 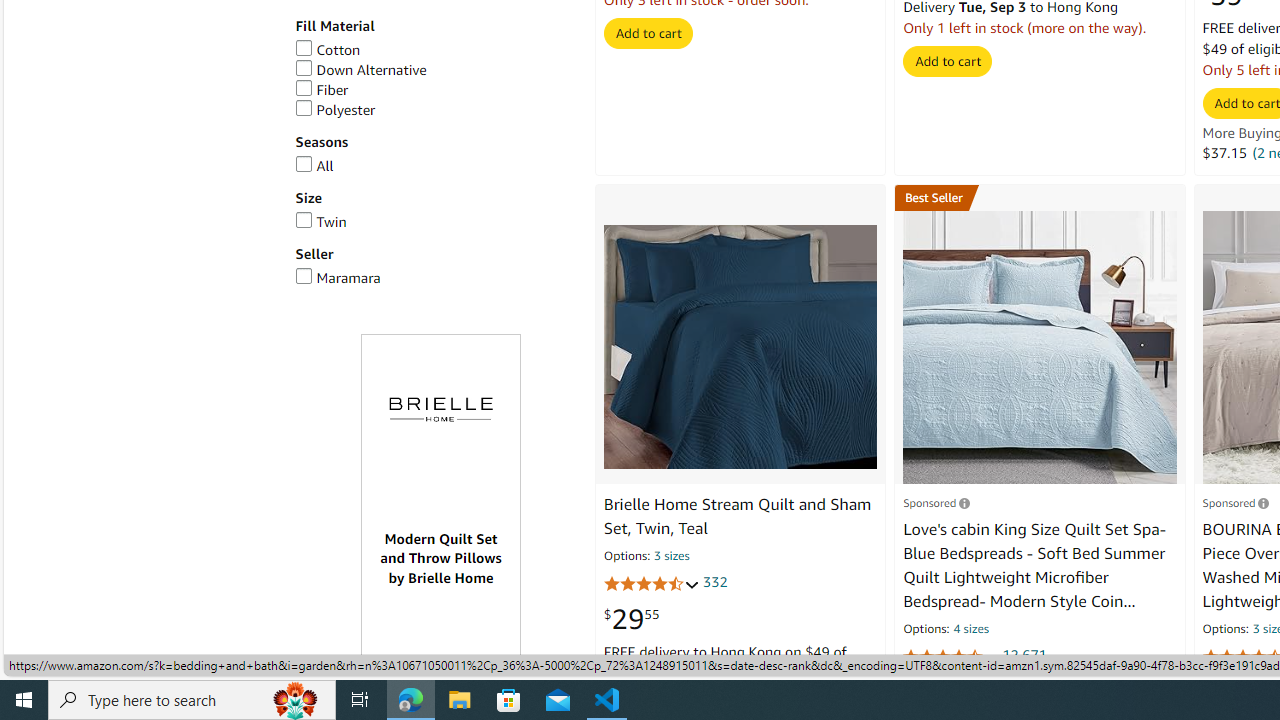 What do you see at coordinates (337, 277) in the screenshot?
I see `'Maramara'` at bounding box center [337, 277].